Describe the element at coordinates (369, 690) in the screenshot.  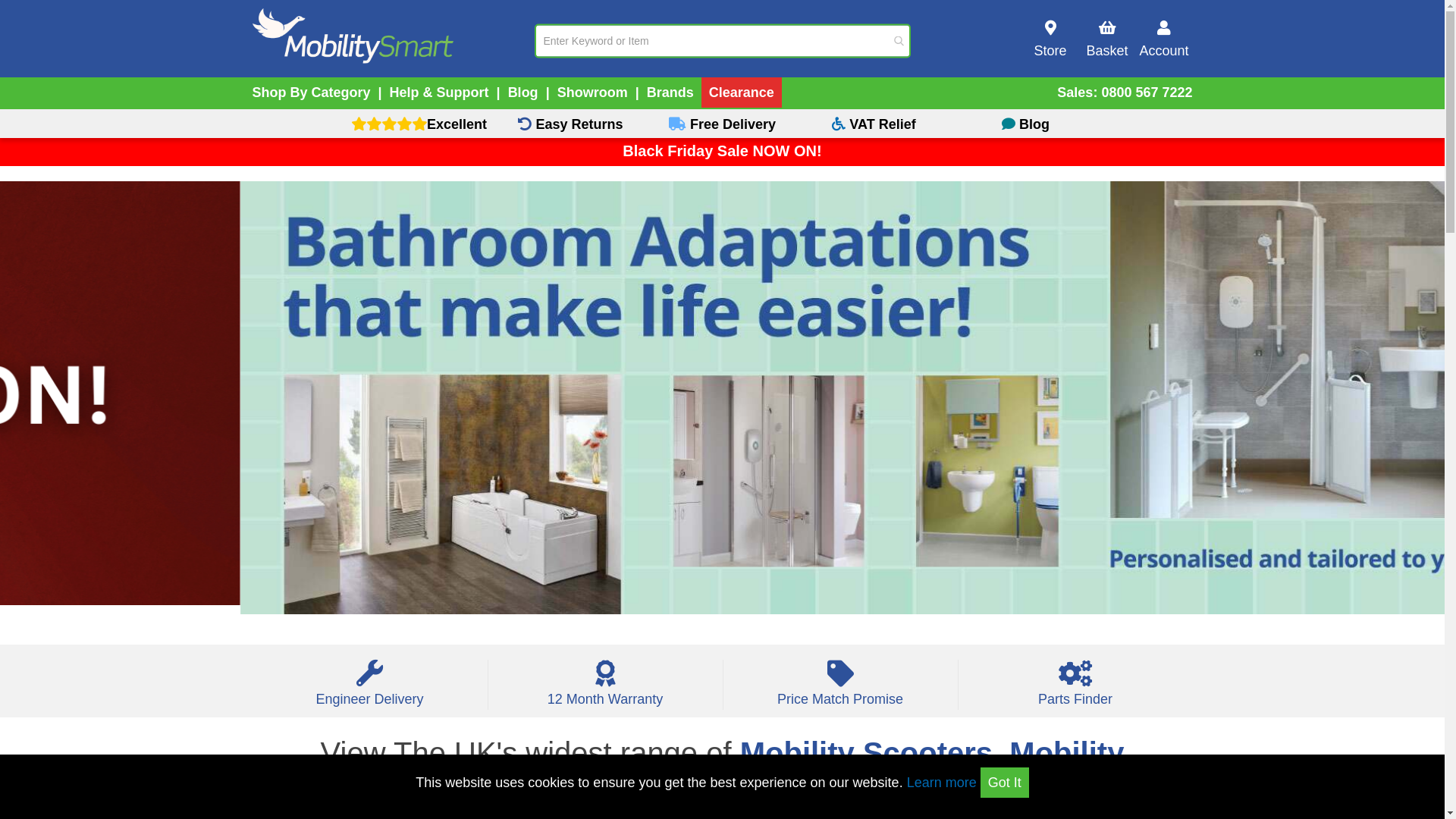
I see `'Engineer Delivery'` at that location.